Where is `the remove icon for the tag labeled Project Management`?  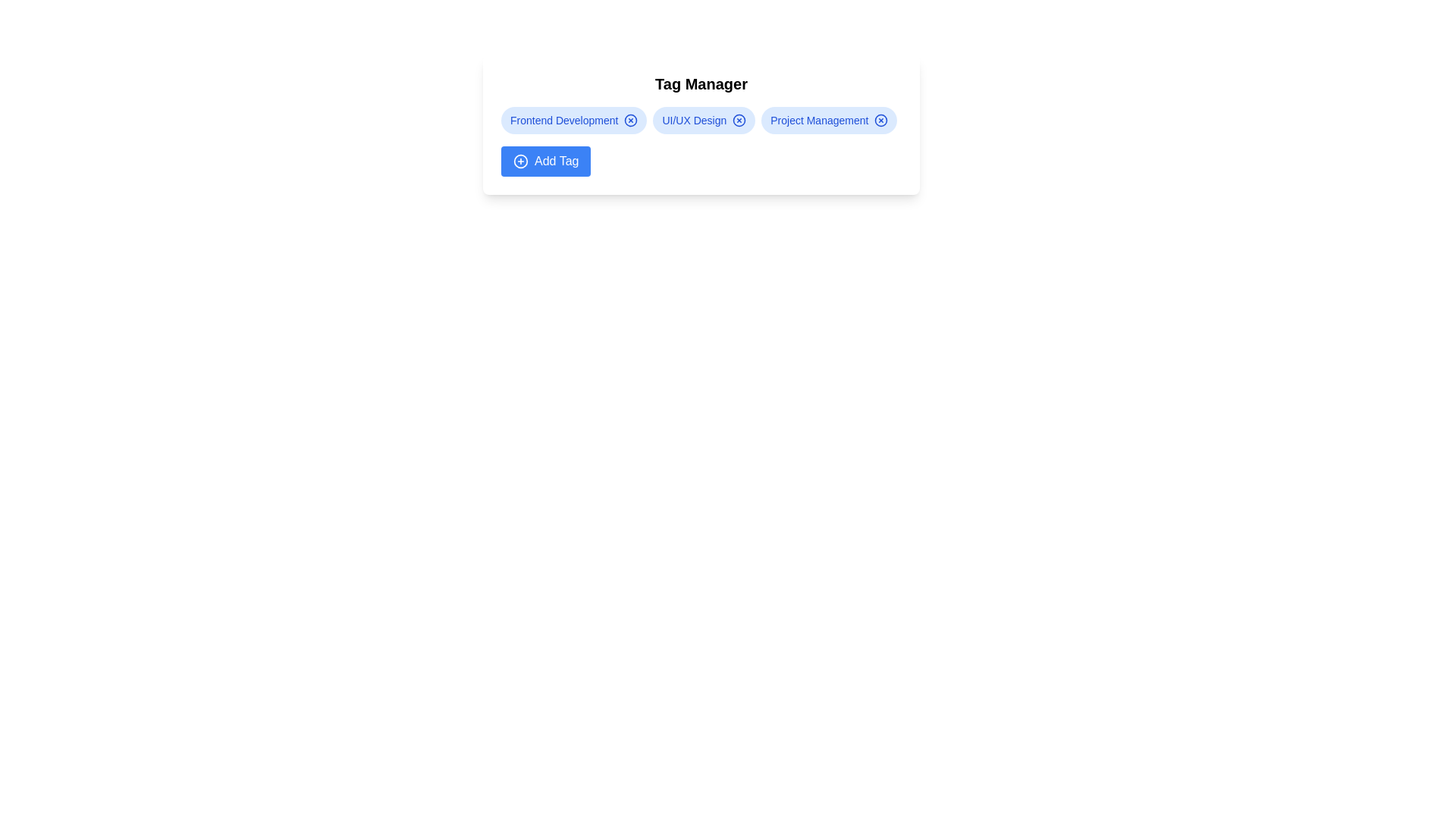 the remove icon for the tag labeled Project Management is located at coordinates (881, 119).